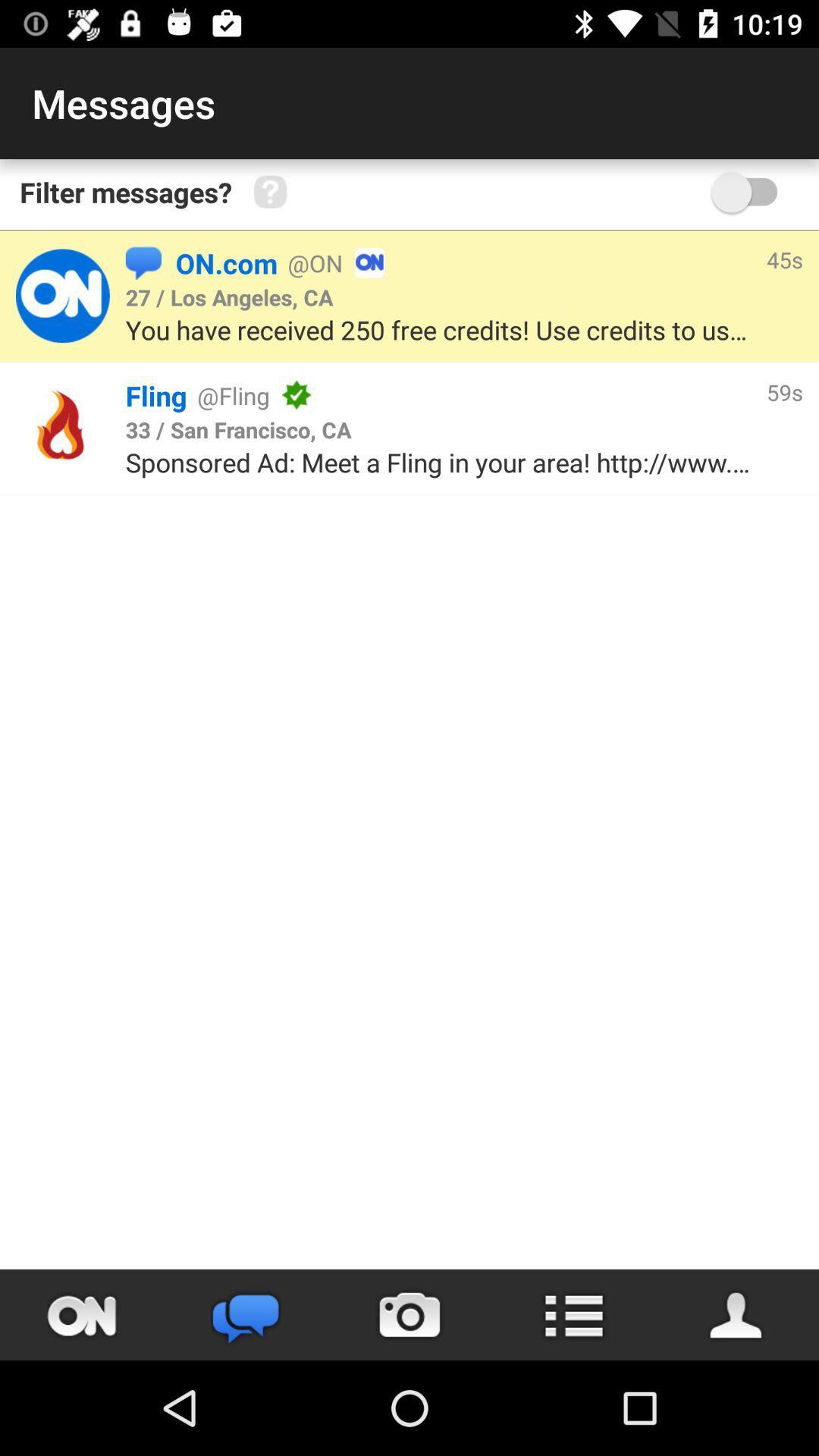 The width and height of the screenshot is (819, 1456). Describe the element at coordinates (530, 395) in the screenshot. I see `item above the 33 san francisco item` at that location.